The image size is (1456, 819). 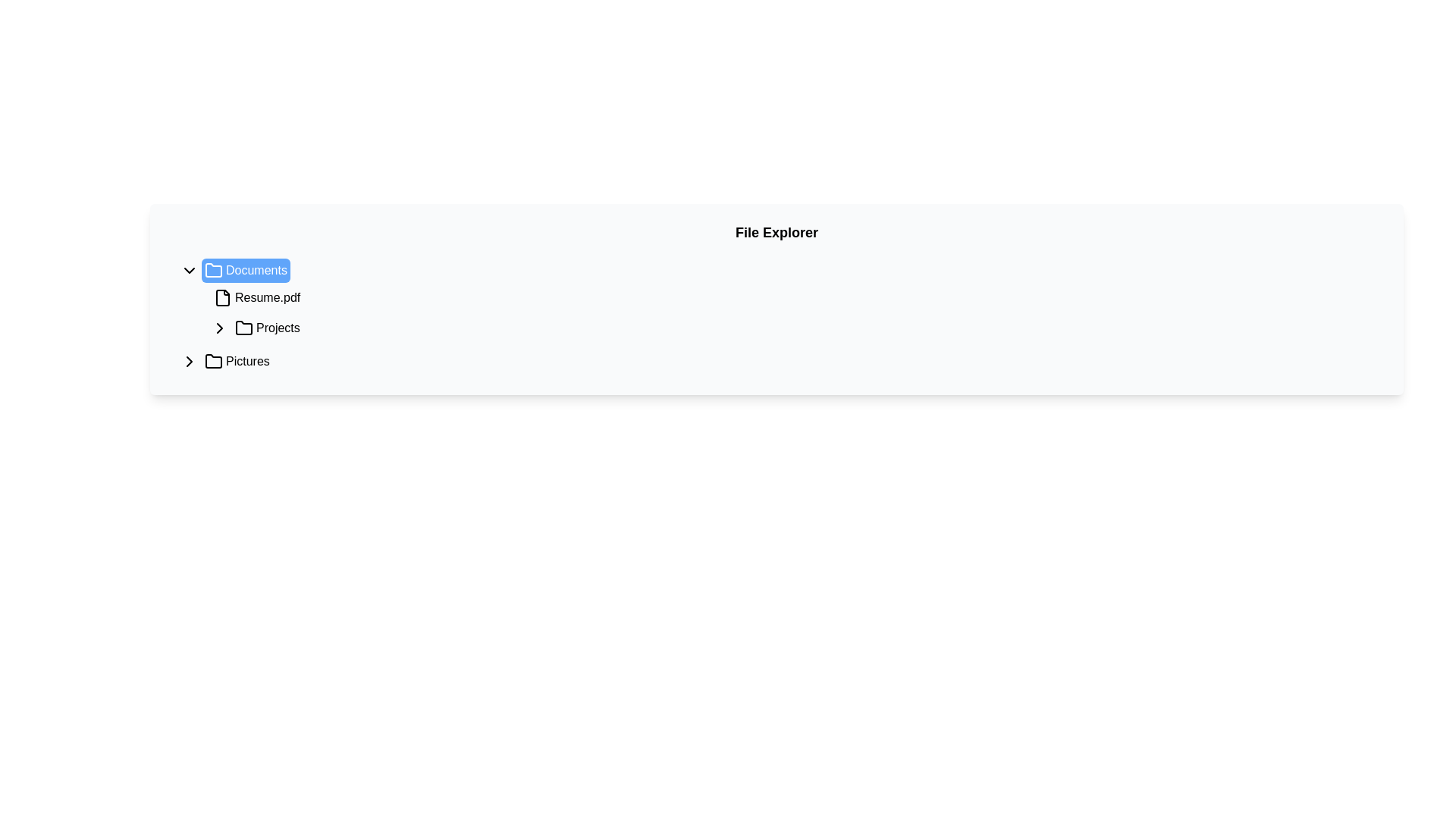 I want to click on the chevron-right SVG icon used for collapsing or expanding the 'Pictures' folder in the navigational file tree interface, so click(x=218, y=327).